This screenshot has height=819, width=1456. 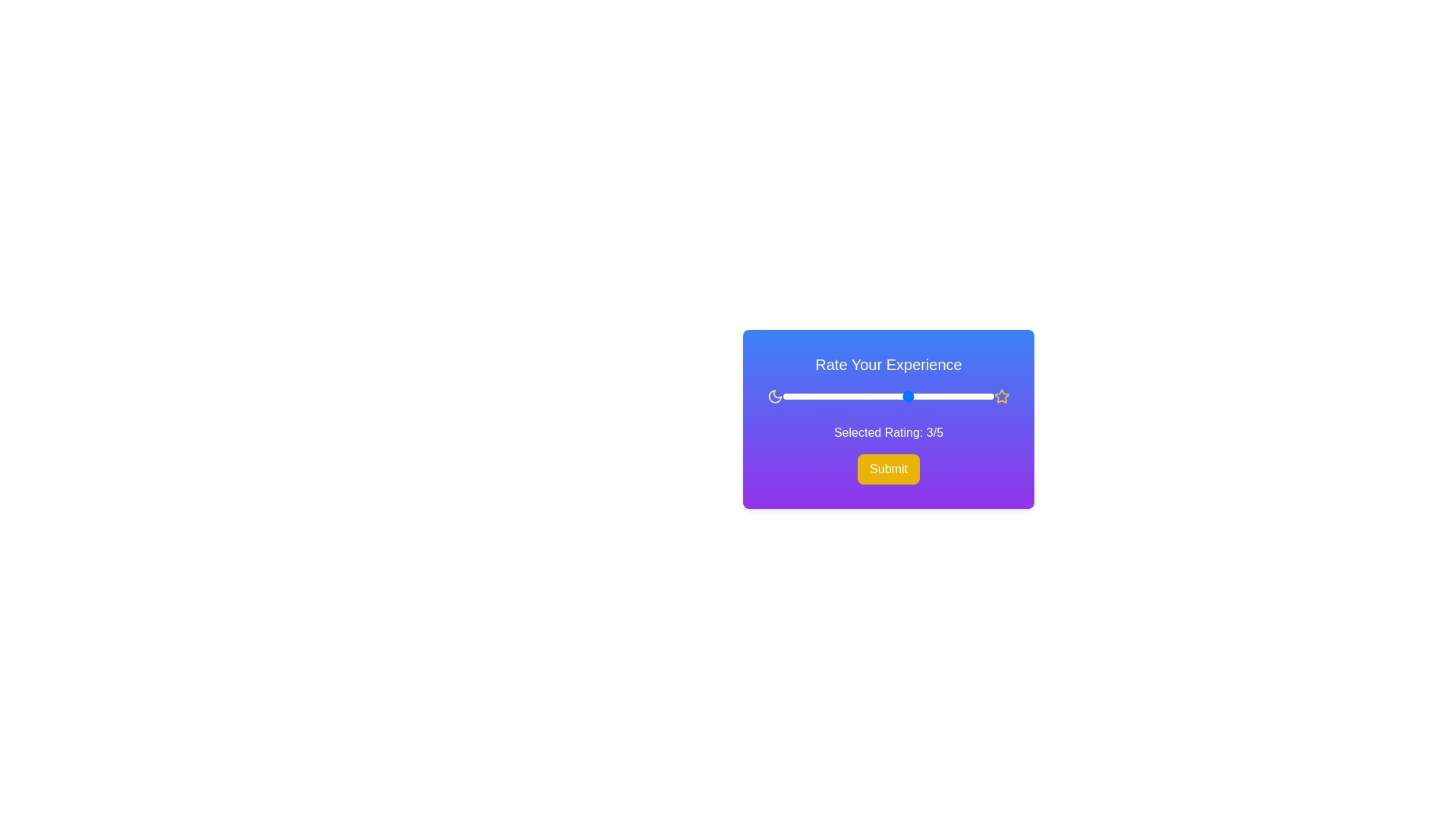 I want to click on the rating slider to 3 (0-5), so click(x=909, y=396).